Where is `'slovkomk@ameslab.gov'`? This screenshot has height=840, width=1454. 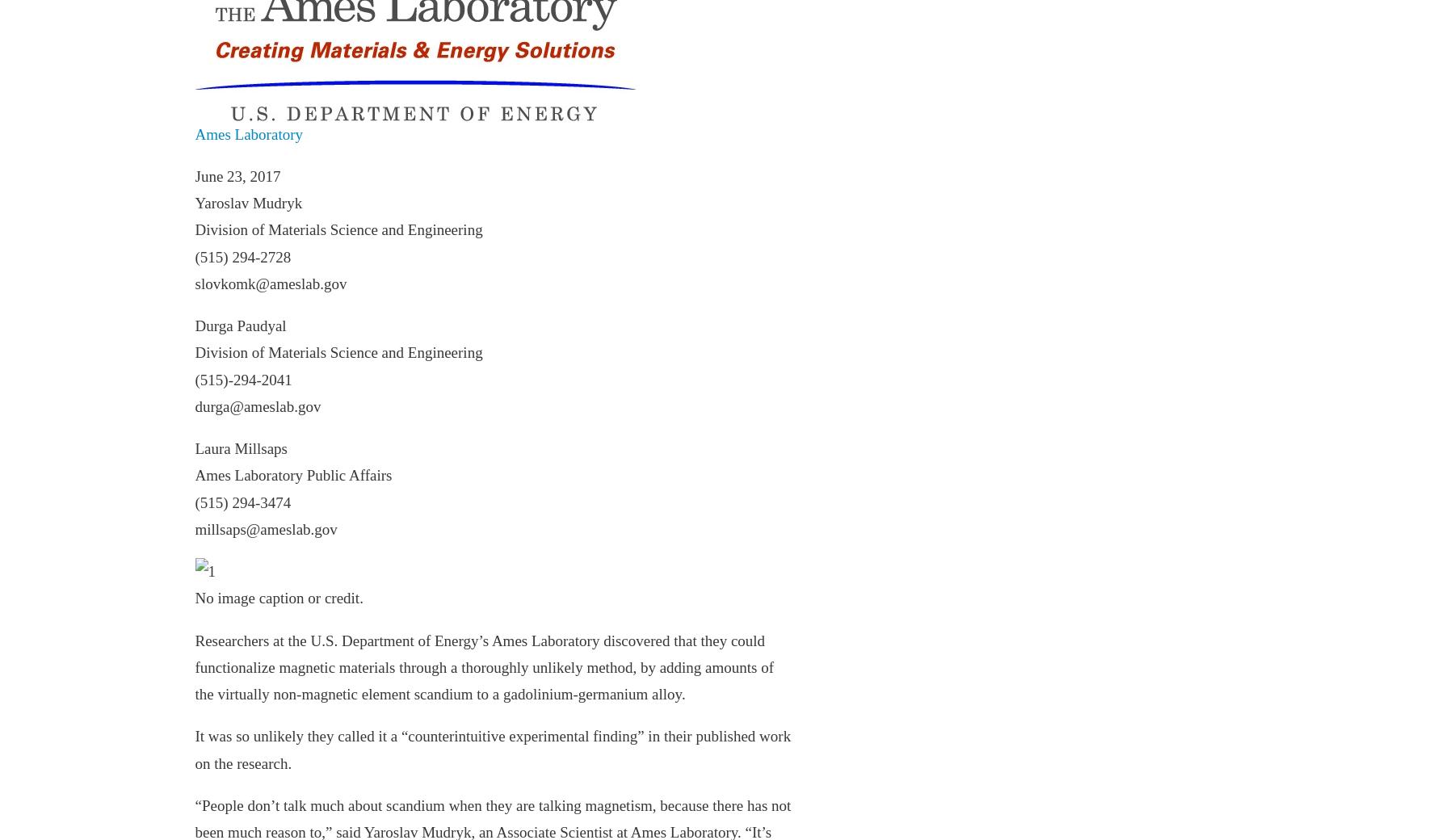 'slovkomk@ameslab.gov' is located at coordinates (269, 282).